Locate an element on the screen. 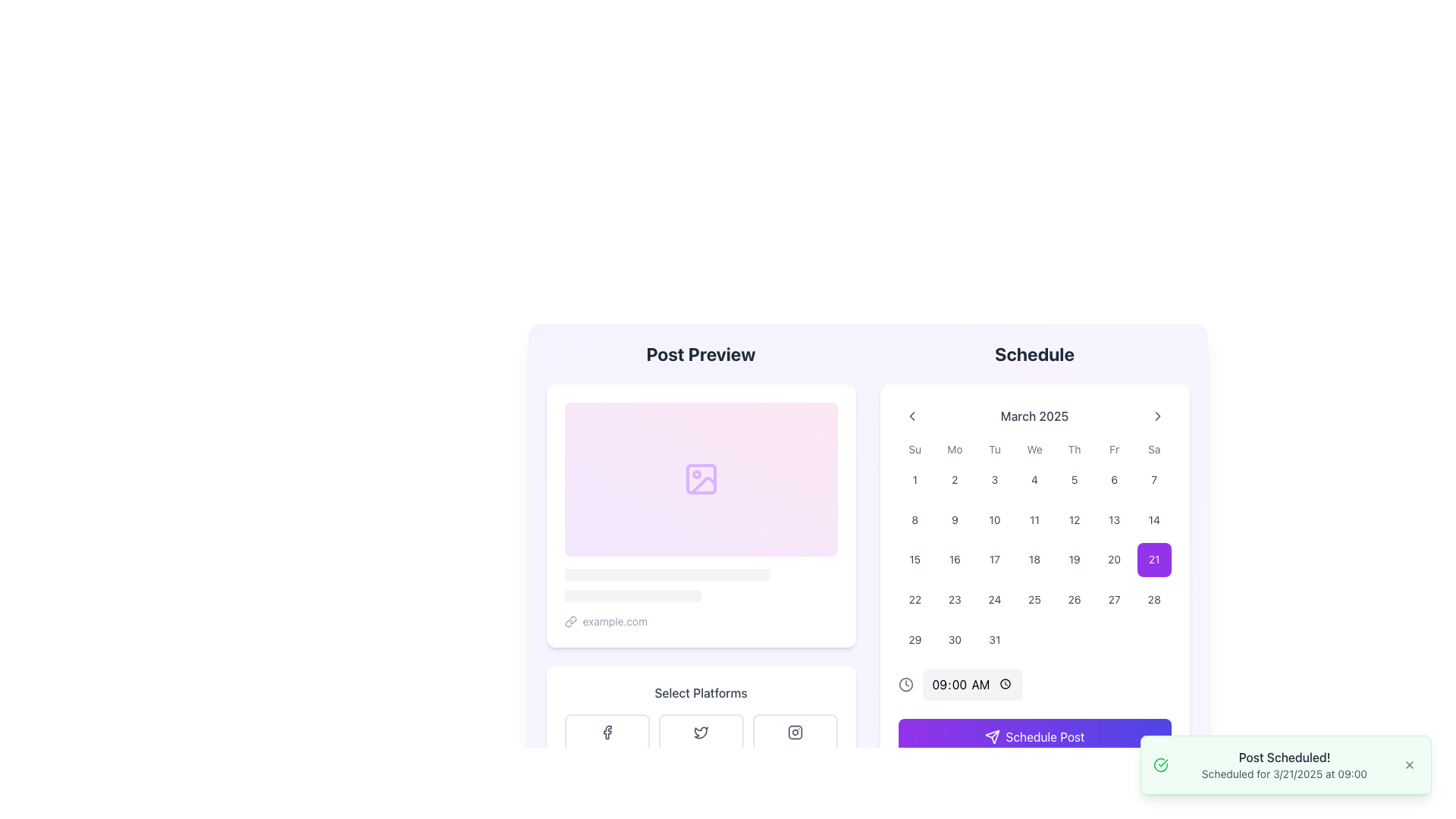 The height and width of the screenshot is (819, 1456). the calendar day cell displaying the number '19' in the Schedule section is located at coordinates (1074, 560).